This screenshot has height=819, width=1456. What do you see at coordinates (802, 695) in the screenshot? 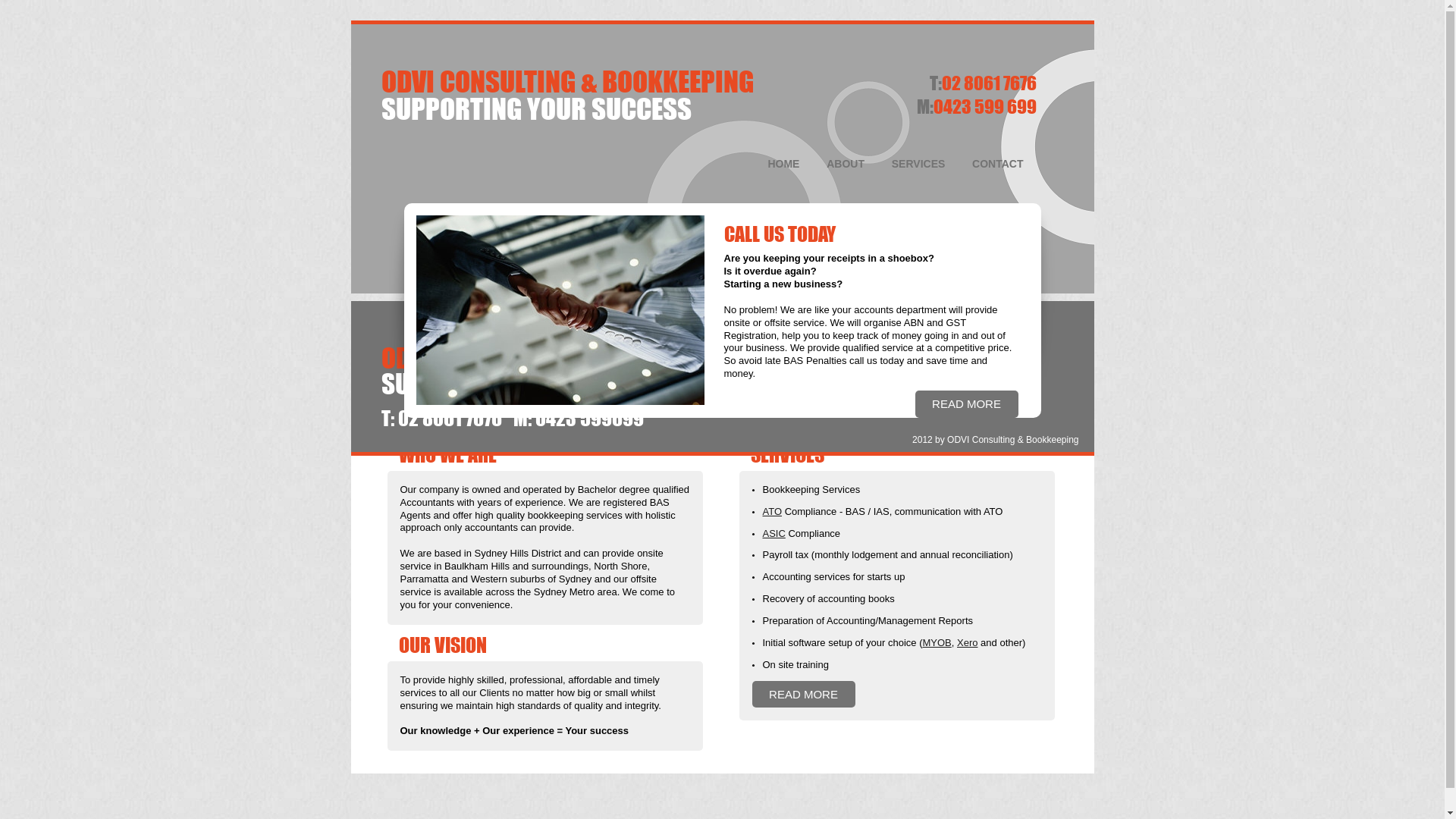
I see `'READ MORE'` at bounding box center [802, 695].